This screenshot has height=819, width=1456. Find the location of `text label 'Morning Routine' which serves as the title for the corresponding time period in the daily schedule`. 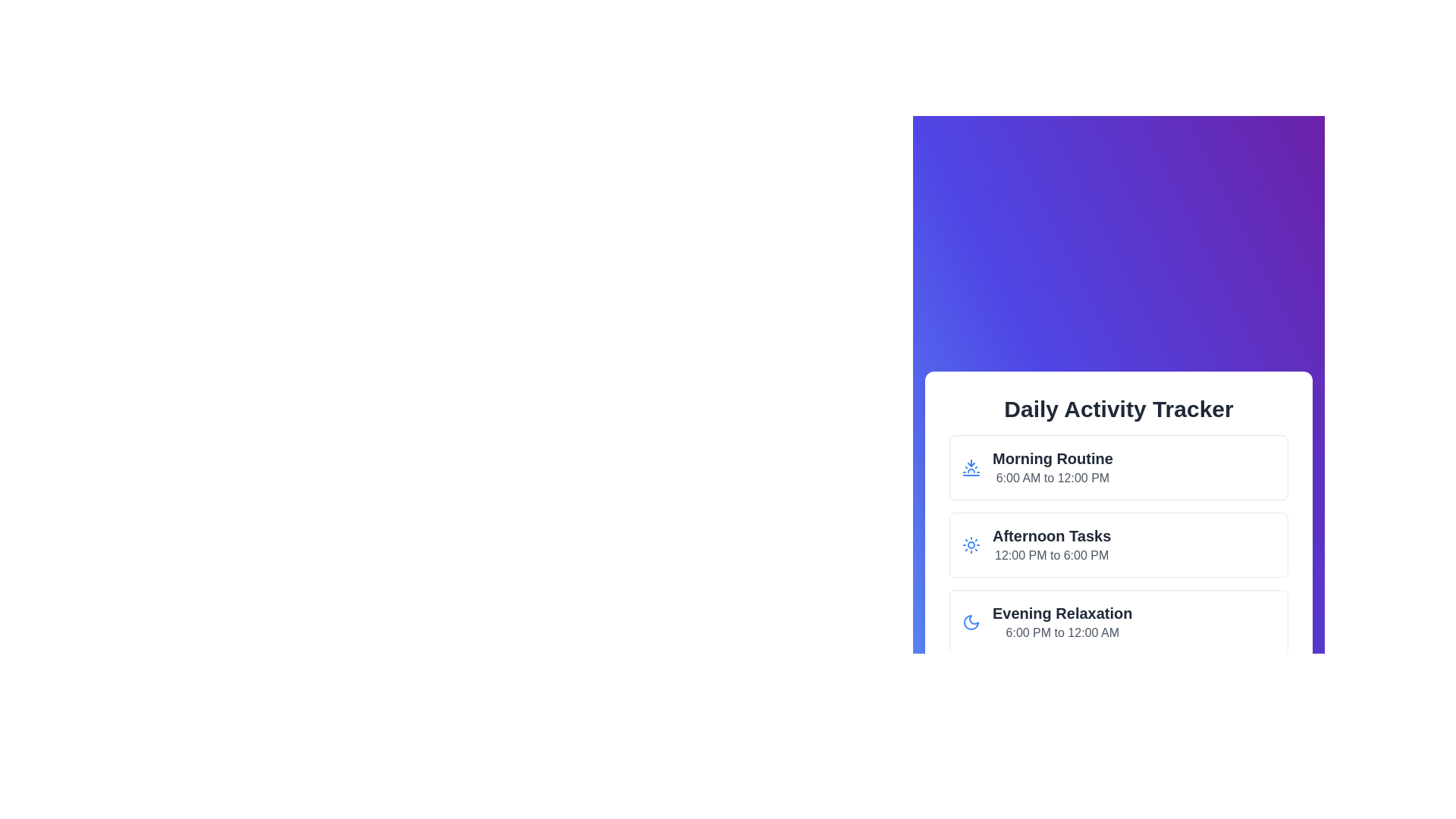

text label 'Morning Routine' which serves as the title for the corresponding time period in the daily schedule is located at coordinates (1052, 458).